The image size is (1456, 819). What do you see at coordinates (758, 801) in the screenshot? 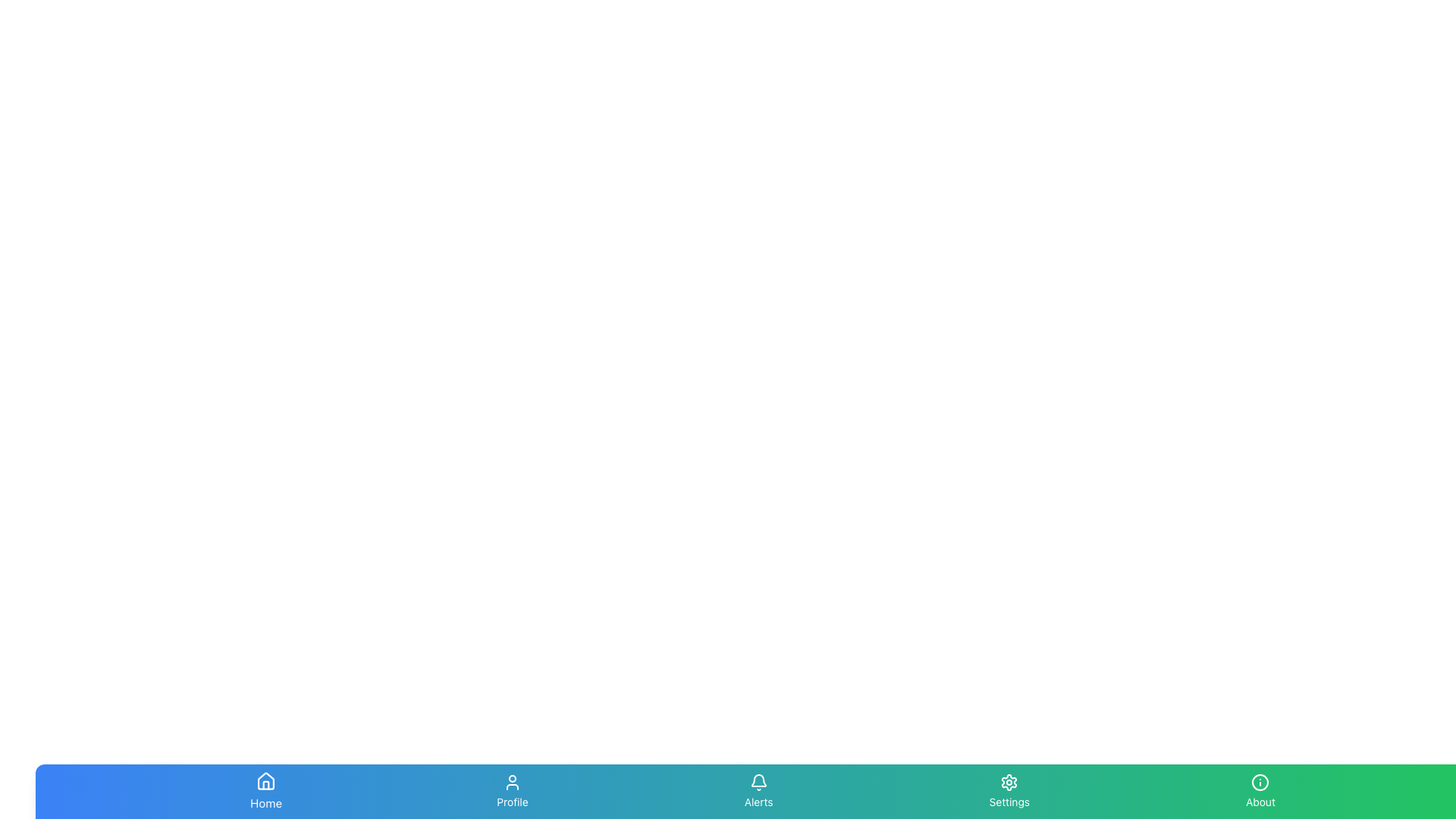
I see `the text label indicating alerts or notifications, located centrally in the bottom navigation bar beneath the bell-shaped icon` at bounding box center [758, 801].